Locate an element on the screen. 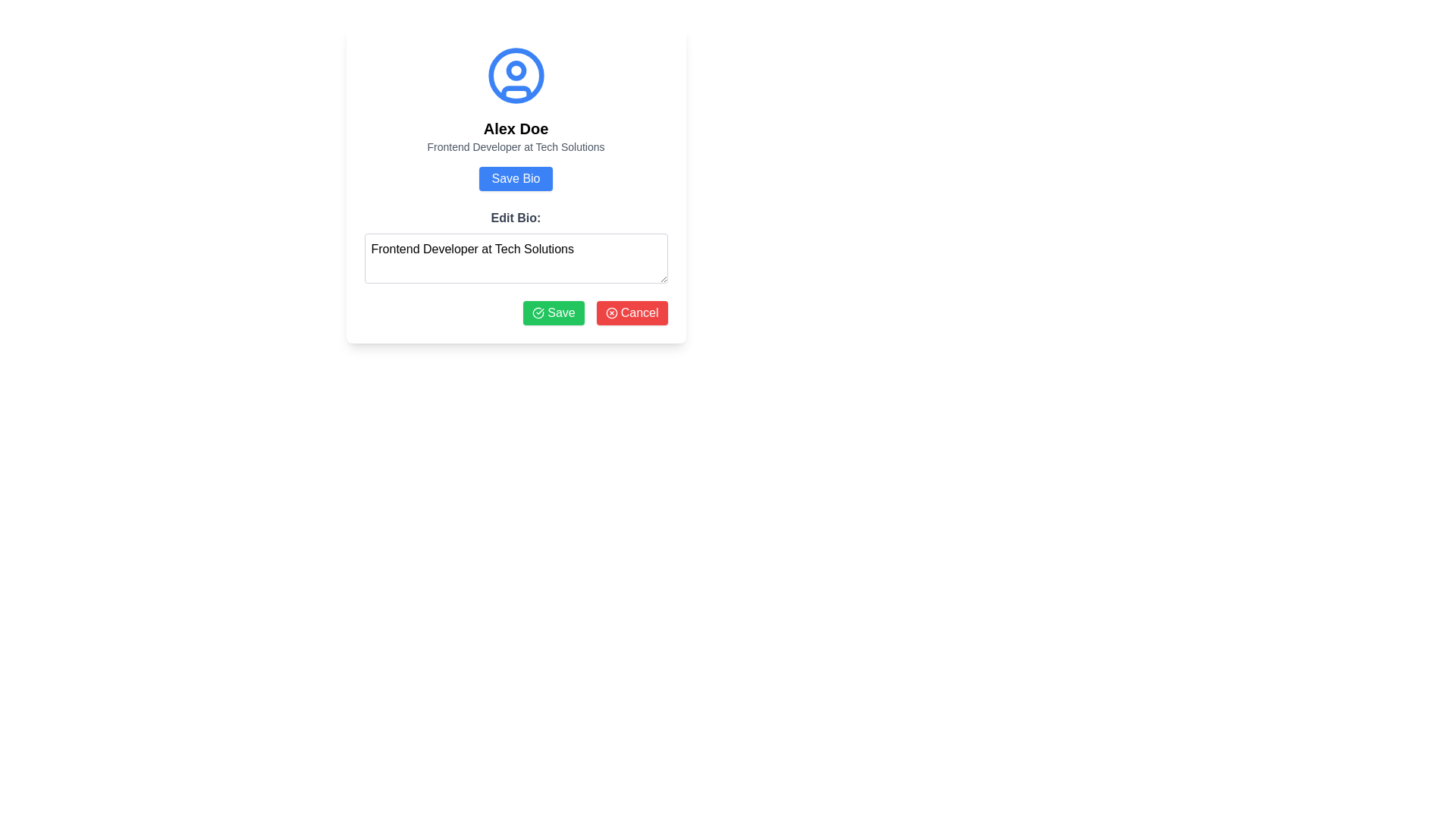 The image size is (1456, 819). the green 'Save' button with rounded edges that contains a circular checkmark icon and the label 'Save' in white text, located near the bottom of a form interface is located at coordinates (553, 312).